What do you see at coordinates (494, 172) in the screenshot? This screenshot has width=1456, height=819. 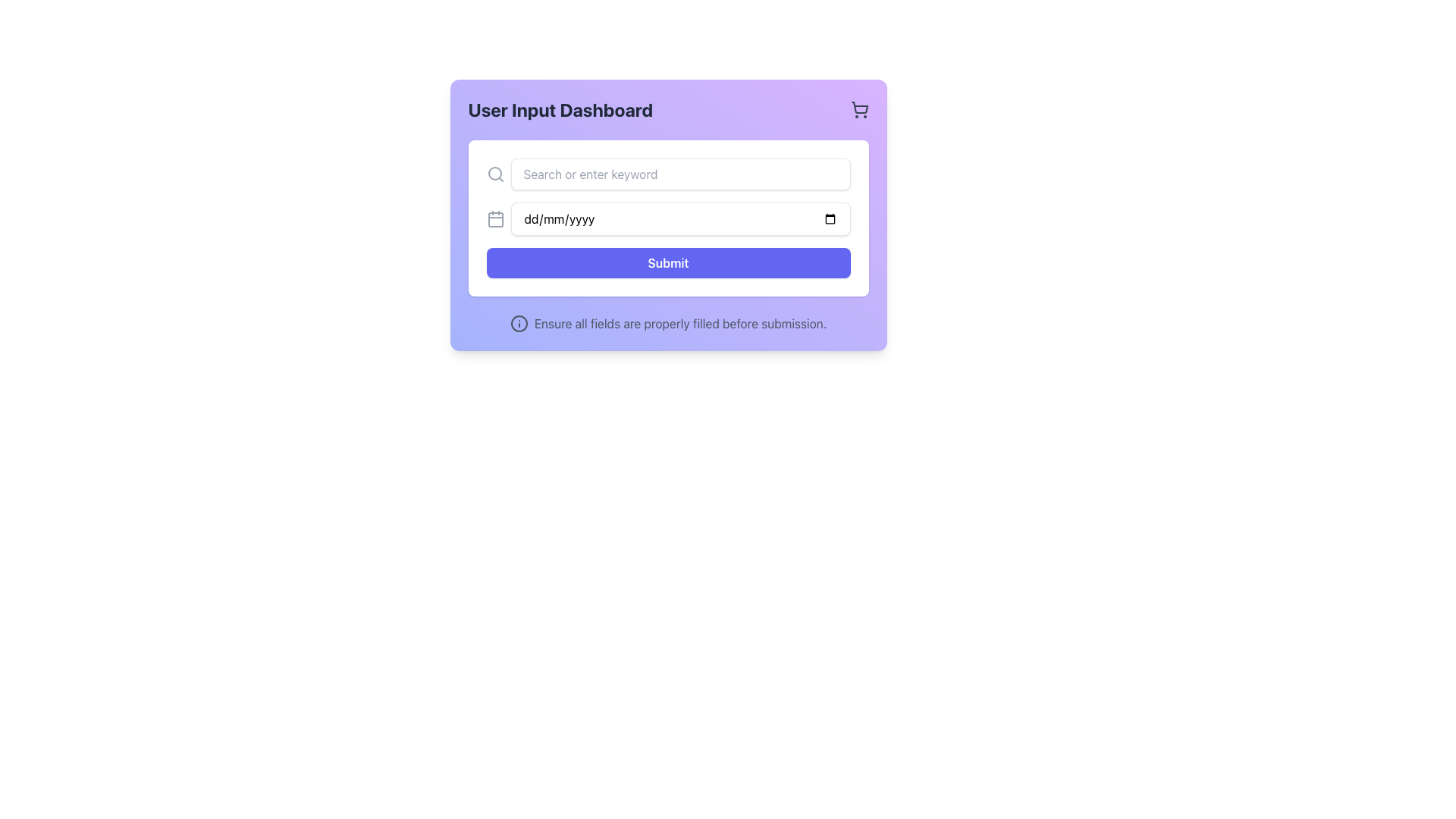 I see `the circular icon within the magnifying glass SVG graphic, which is part of the User Input Dashboard interface` at bounding box center [494, 172].